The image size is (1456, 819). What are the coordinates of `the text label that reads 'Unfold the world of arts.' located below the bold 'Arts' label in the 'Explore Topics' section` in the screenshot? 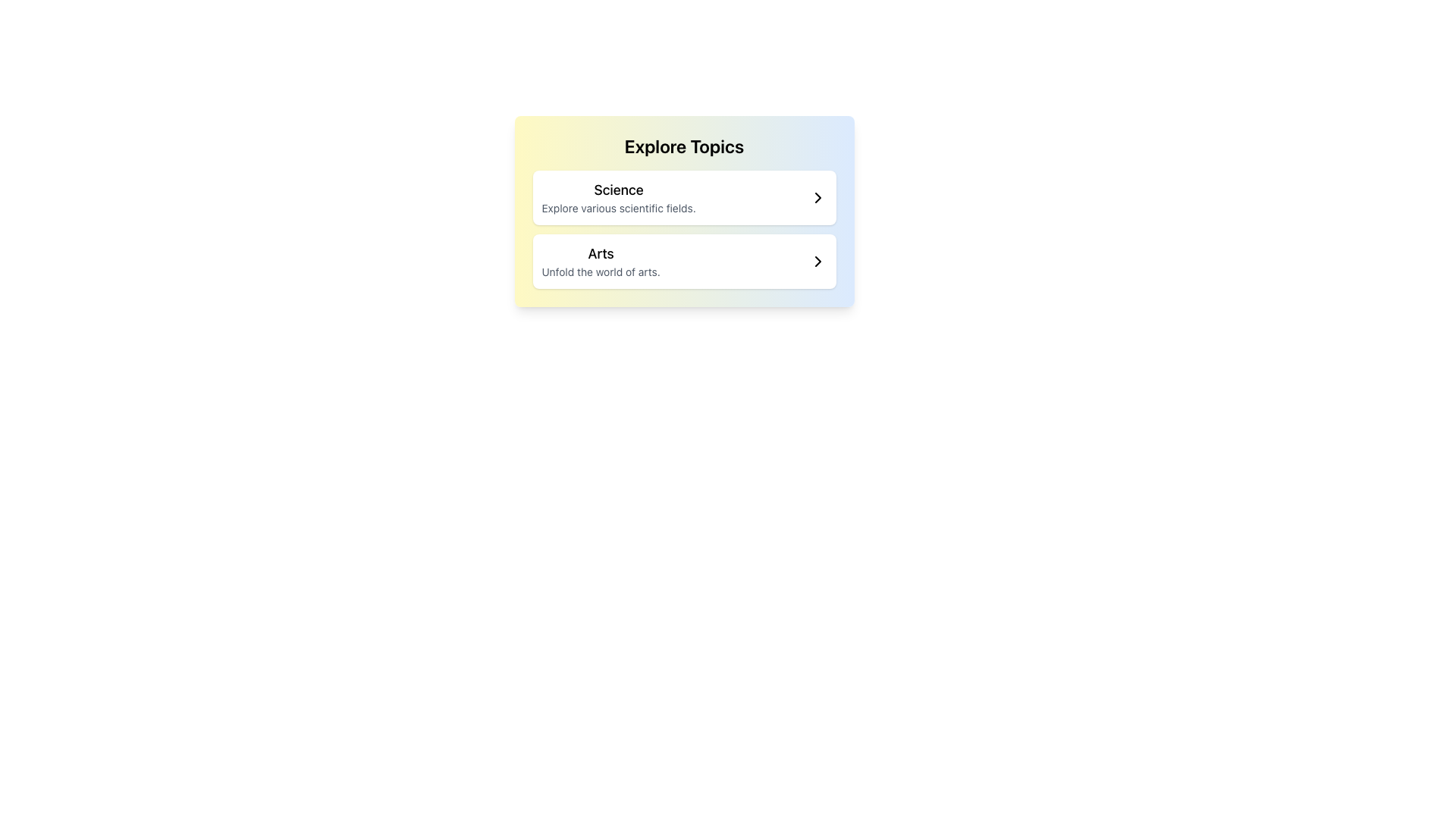 It's located at (600, 271).